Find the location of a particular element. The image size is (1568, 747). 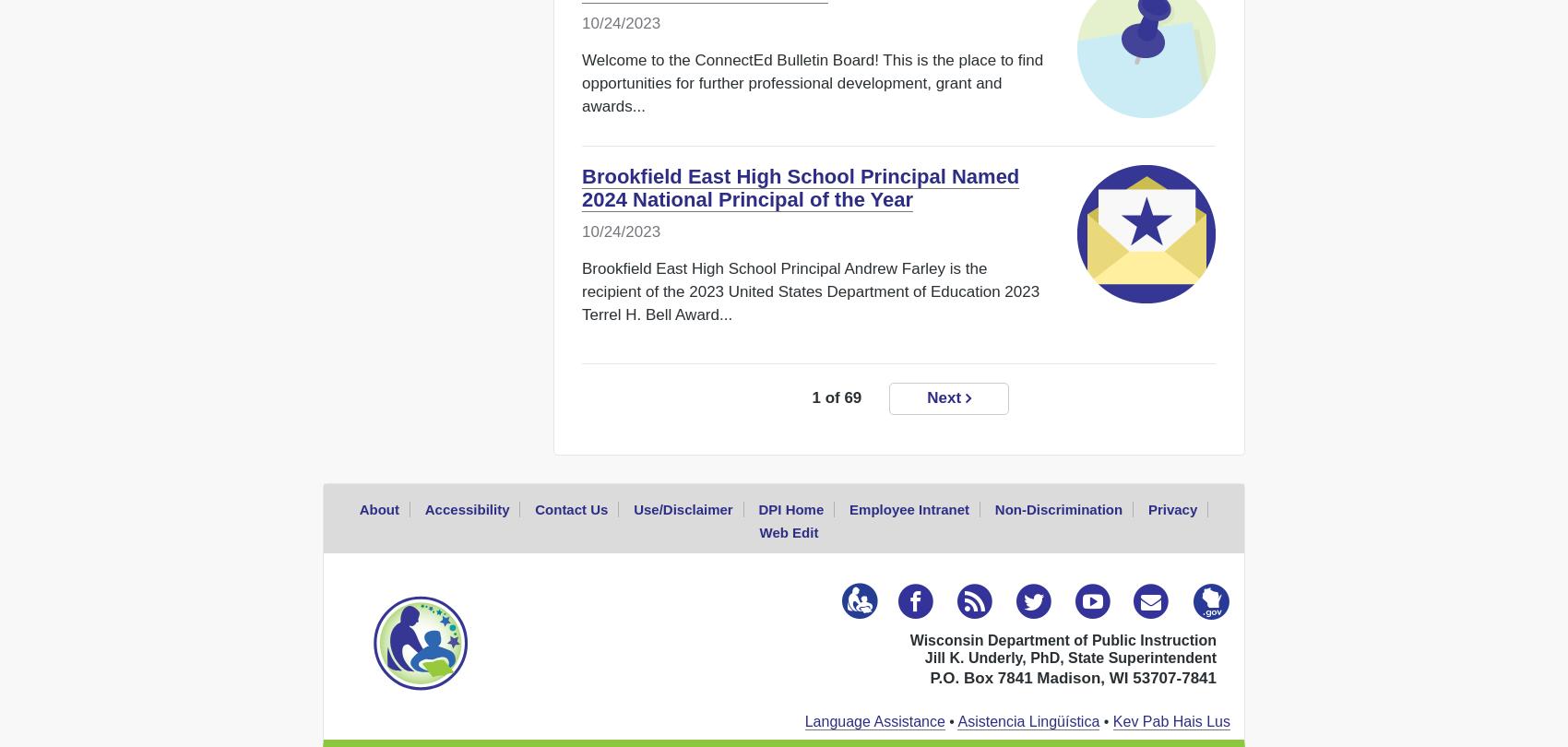

'1 of 69' is located at coordinates (836, 397).